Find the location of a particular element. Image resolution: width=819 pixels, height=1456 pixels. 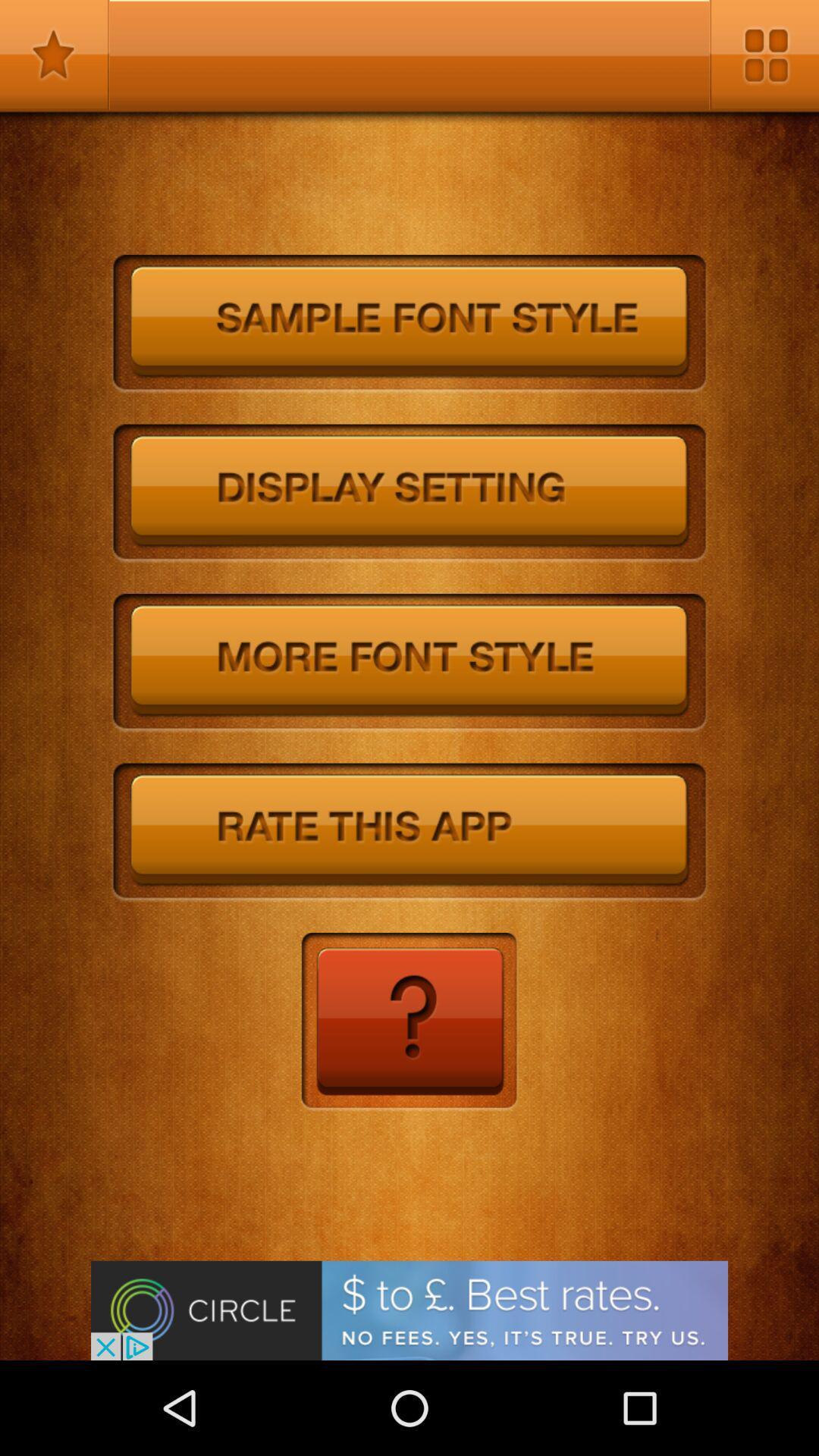

main menu options is located at coordinates (764, 55).